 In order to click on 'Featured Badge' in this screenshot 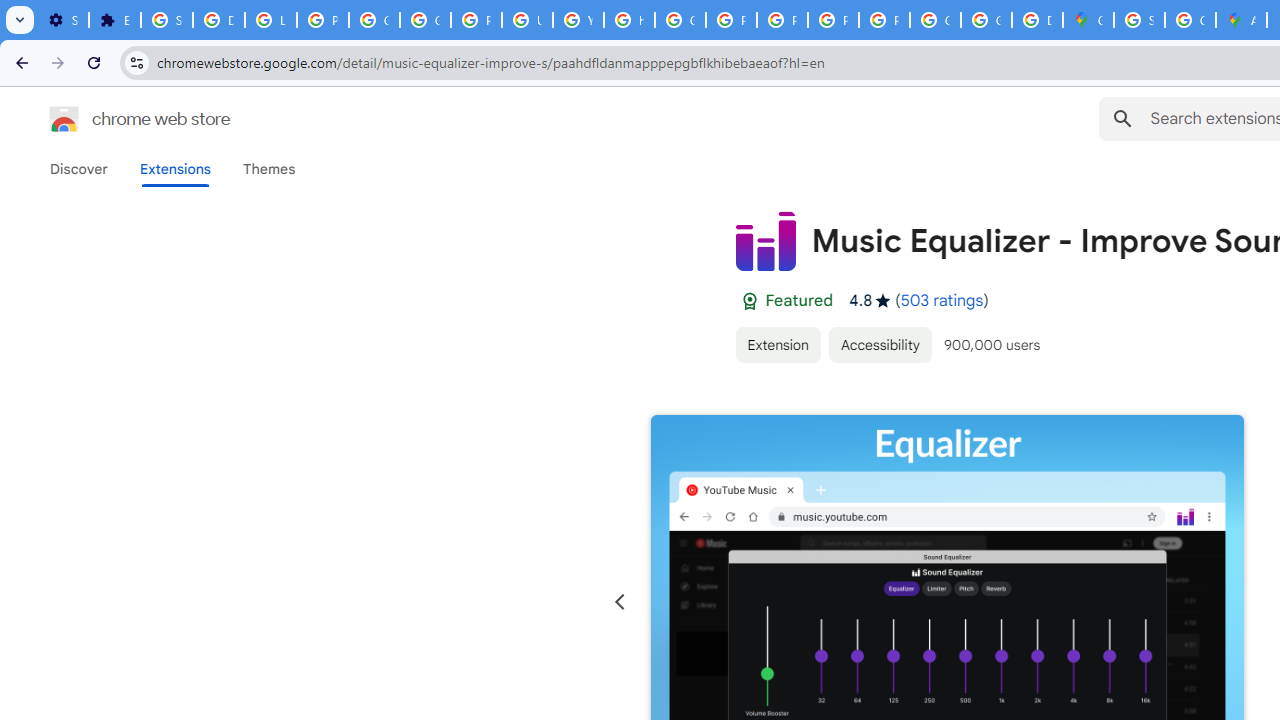, I will do `click(748, 301)`.